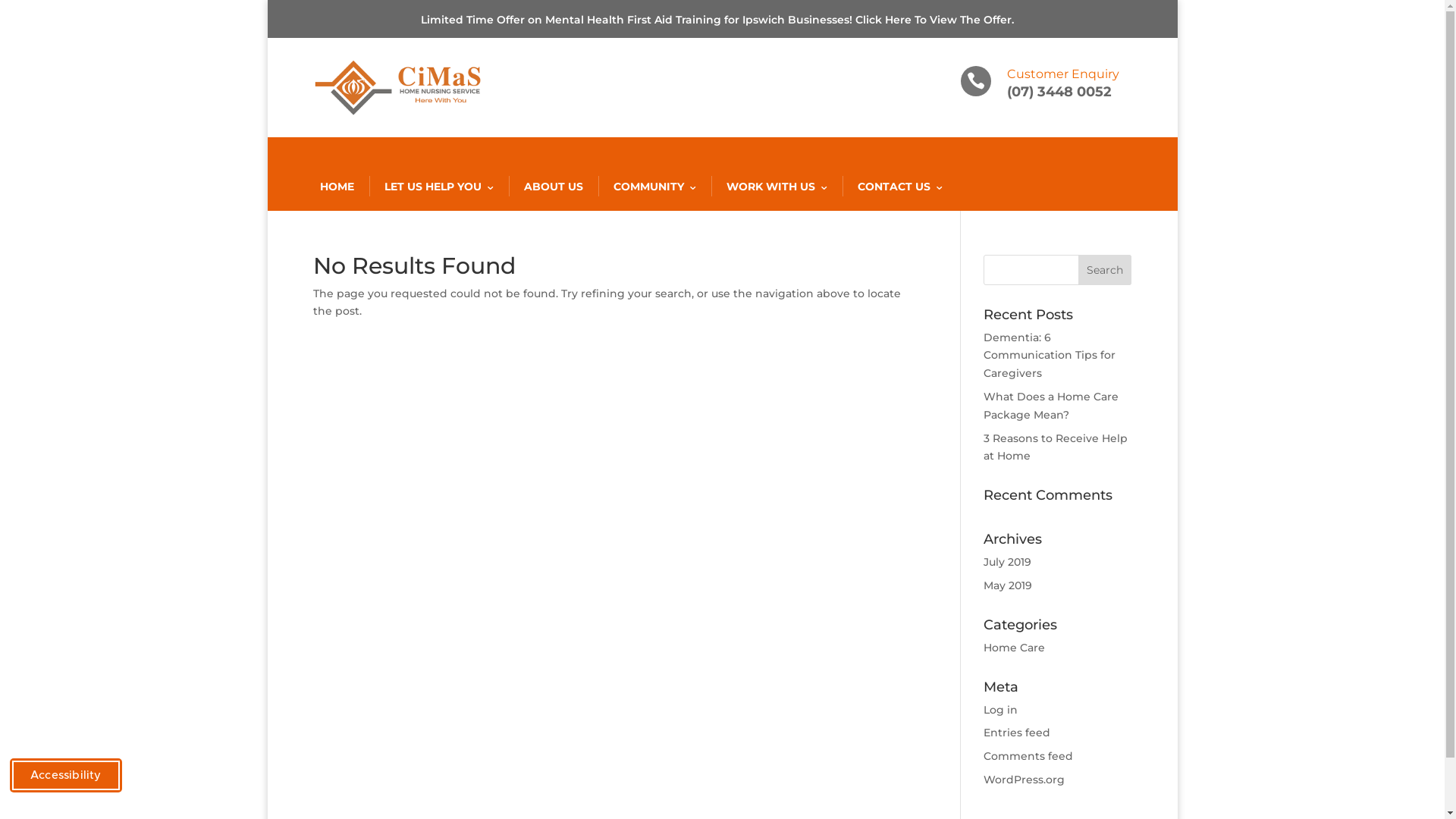  Describe the element at coordinates (437, 186) in the screenshot. I see `'LET US HELP YOU'` at that location.